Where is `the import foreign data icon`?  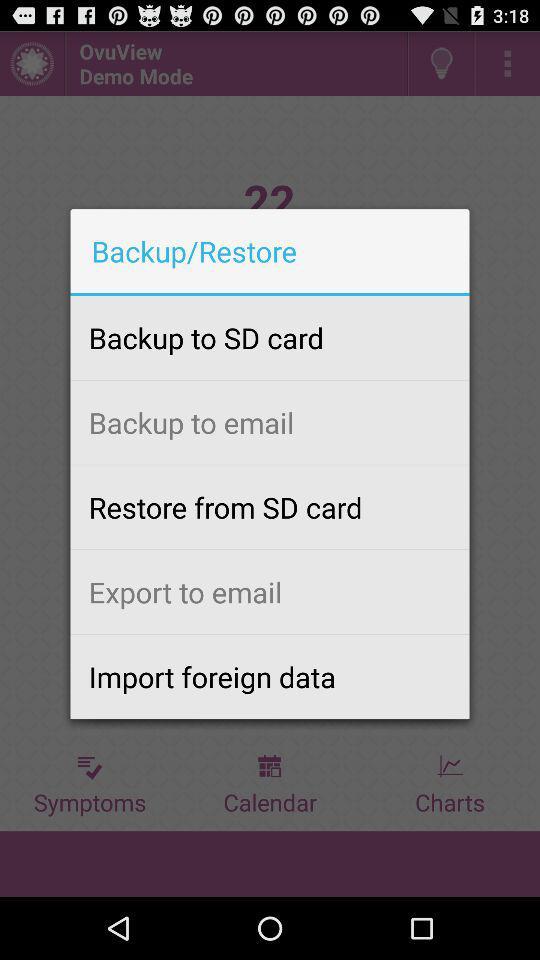 the import foreign data icon is located at coordinates (270, 676).